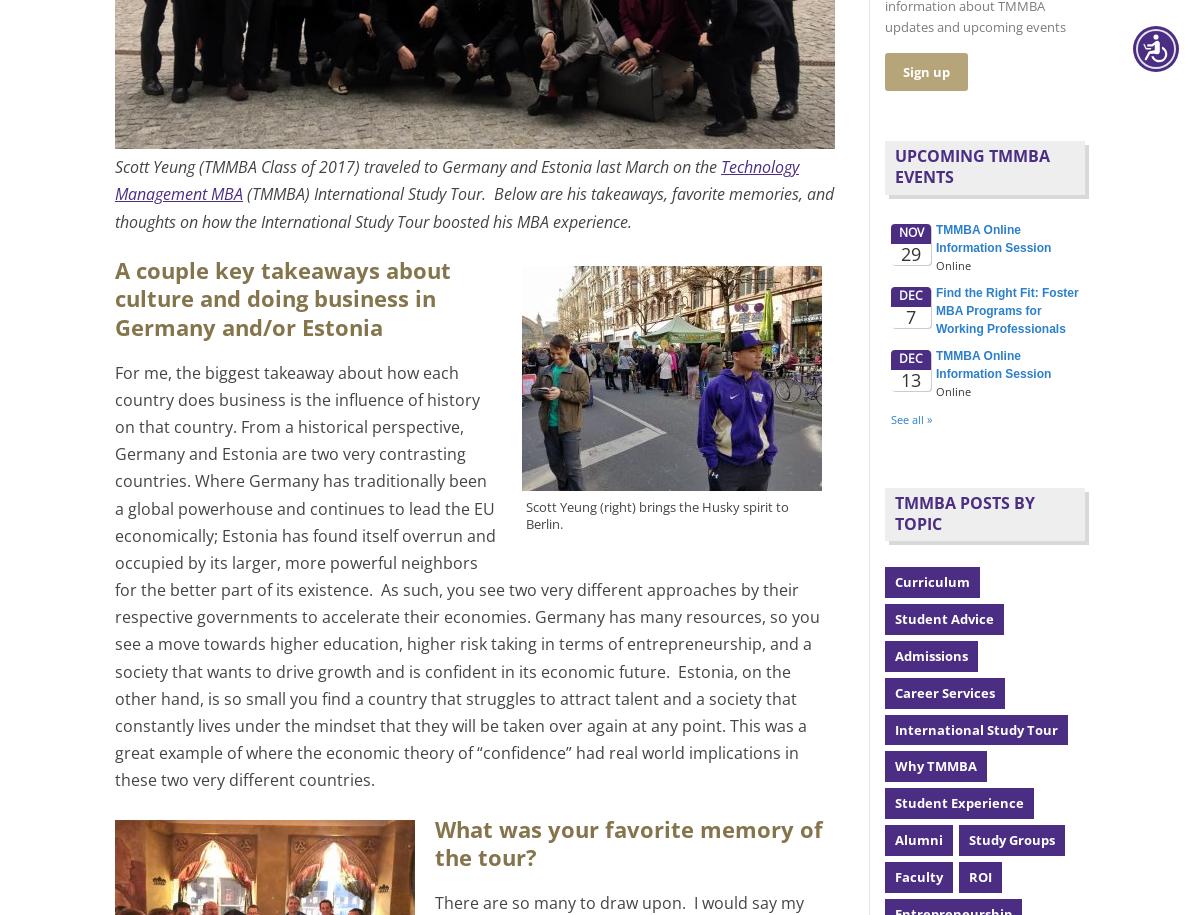 Image resolution: width=1200 pixels, height=915 pixels. I want to click on 'Student Advice', so click(944, 618).